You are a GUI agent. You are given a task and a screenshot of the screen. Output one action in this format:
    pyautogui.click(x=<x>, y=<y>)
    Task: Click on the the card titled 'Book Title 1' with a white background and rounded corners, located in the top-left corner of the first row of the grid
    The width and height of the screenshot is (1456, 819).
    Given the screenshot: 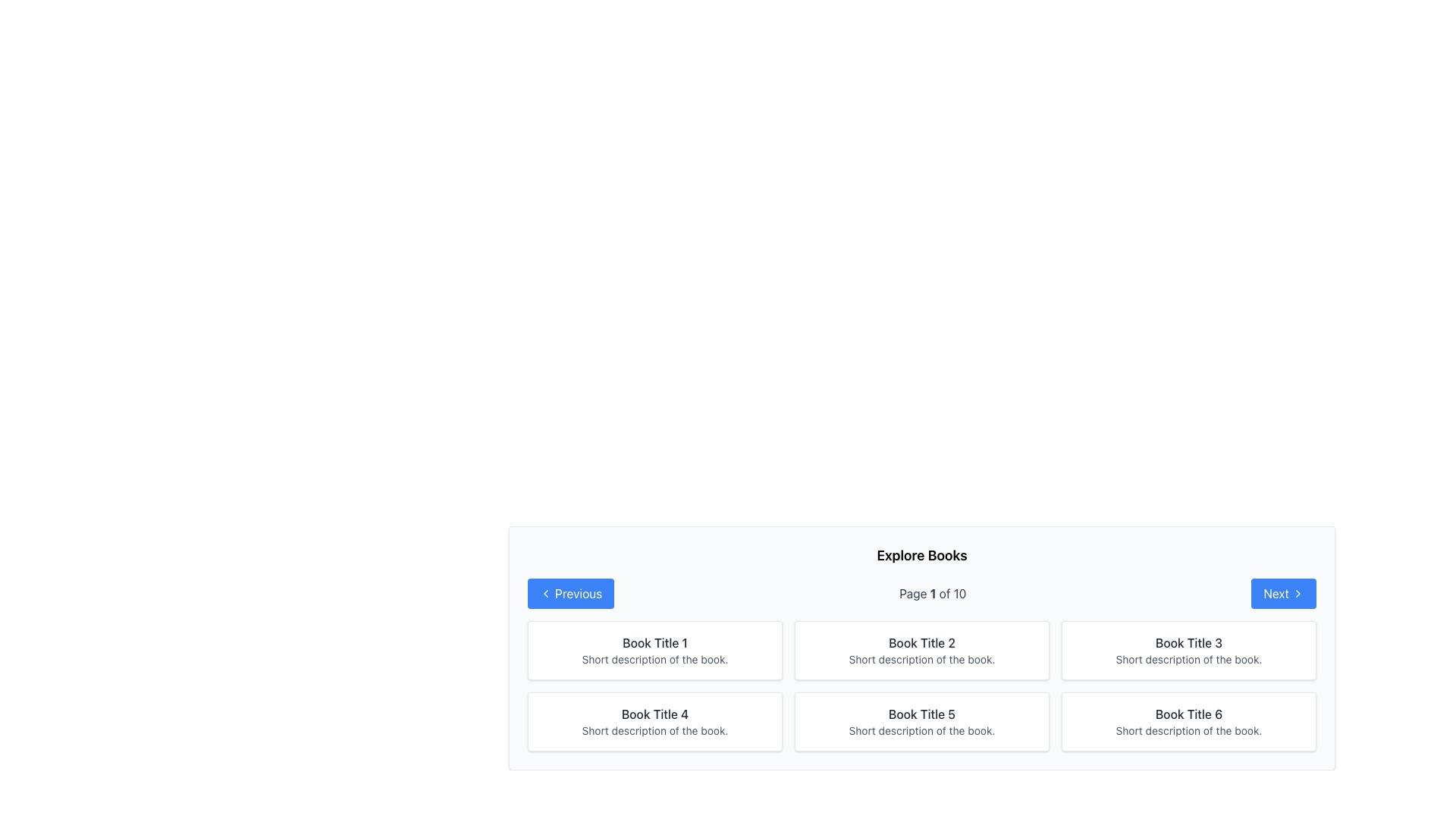 What is the action you would take?
    pyautogui.click(x=655, y=649)
    